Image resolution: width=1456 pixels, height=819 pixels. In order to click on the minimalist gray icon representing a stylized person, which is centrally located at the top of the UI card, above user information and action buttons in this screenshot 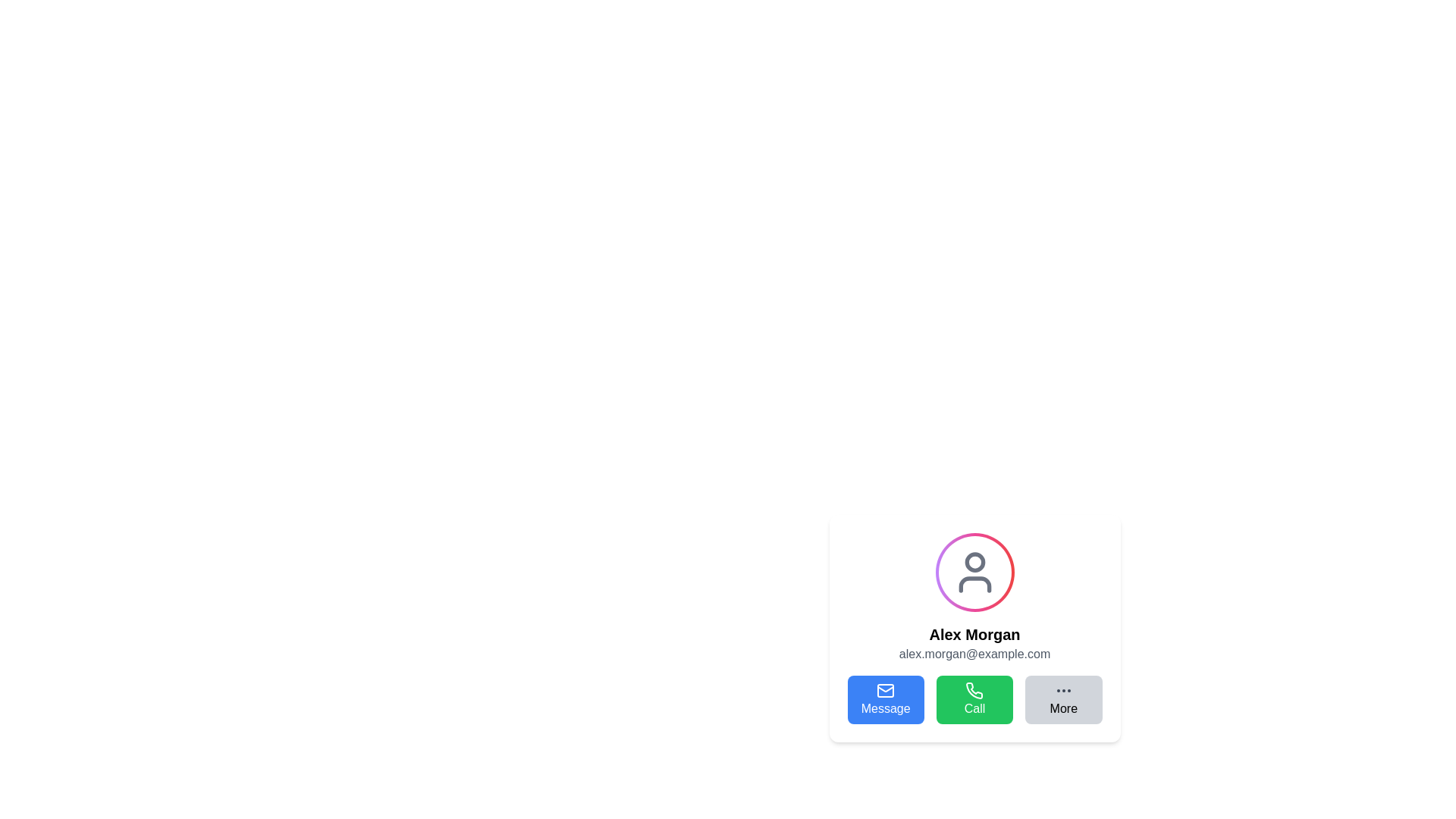, I will do `click(974, 573)`.